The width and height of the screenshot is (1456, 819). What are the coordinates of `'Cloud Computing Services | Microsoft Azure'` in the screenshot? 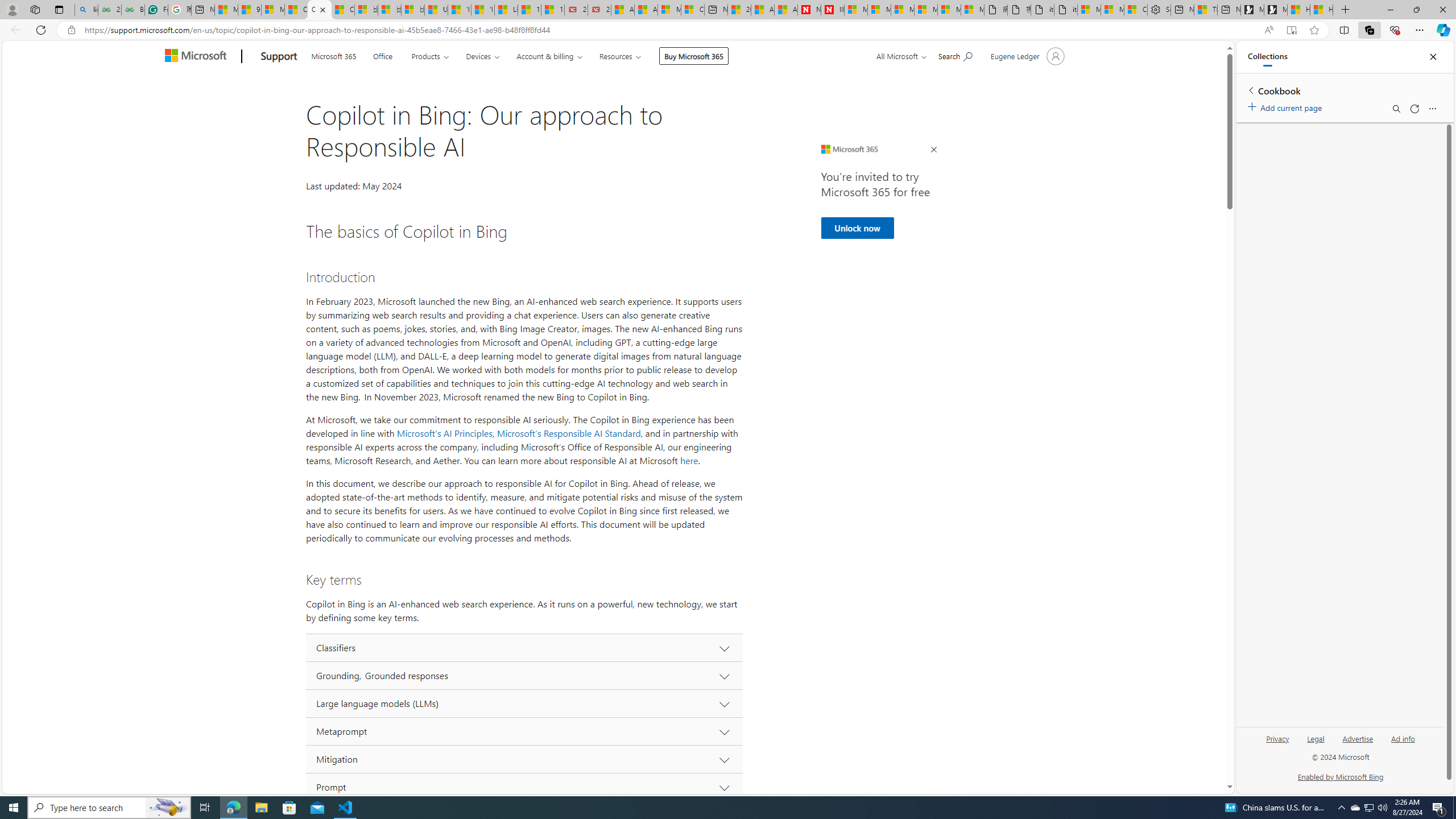 It's located at (692, 9).